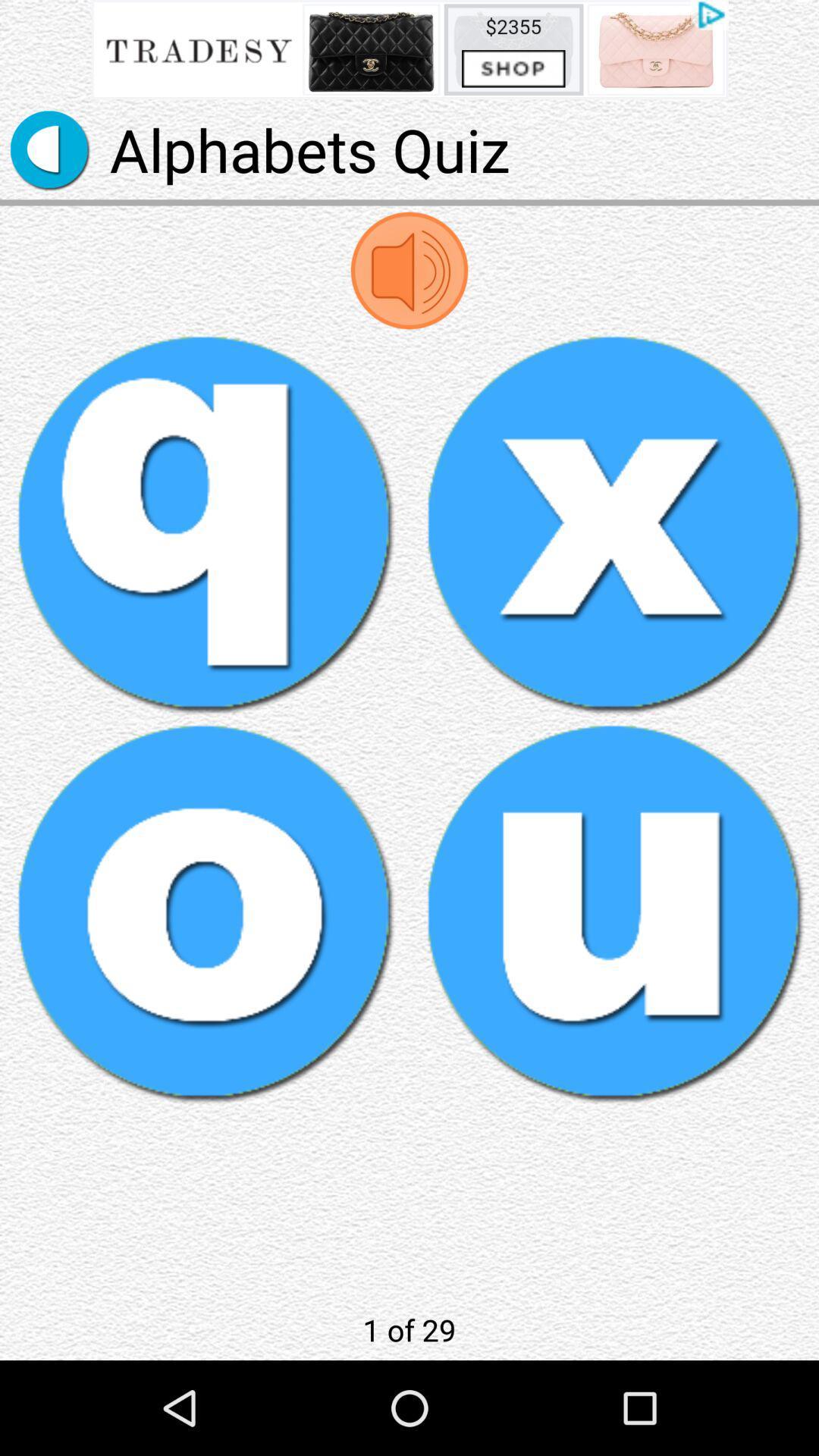 The height and width of the screenshot is (1456, 819). I want to click on letter x, so click(614, 523).